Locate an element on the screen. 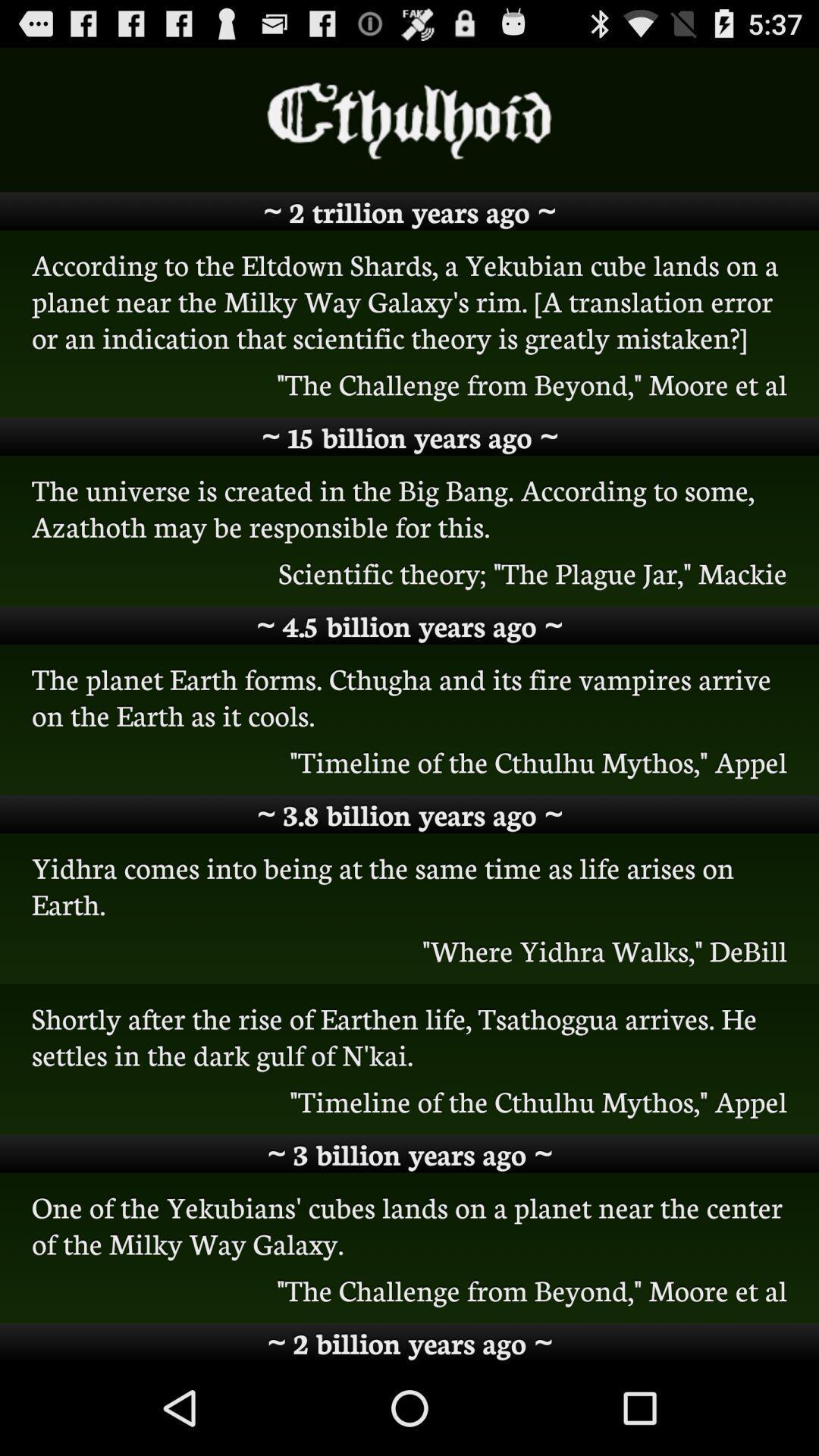 This screenshot has width=819, height=1456. icon below the universe is icon is located at coordinates (409, 572).